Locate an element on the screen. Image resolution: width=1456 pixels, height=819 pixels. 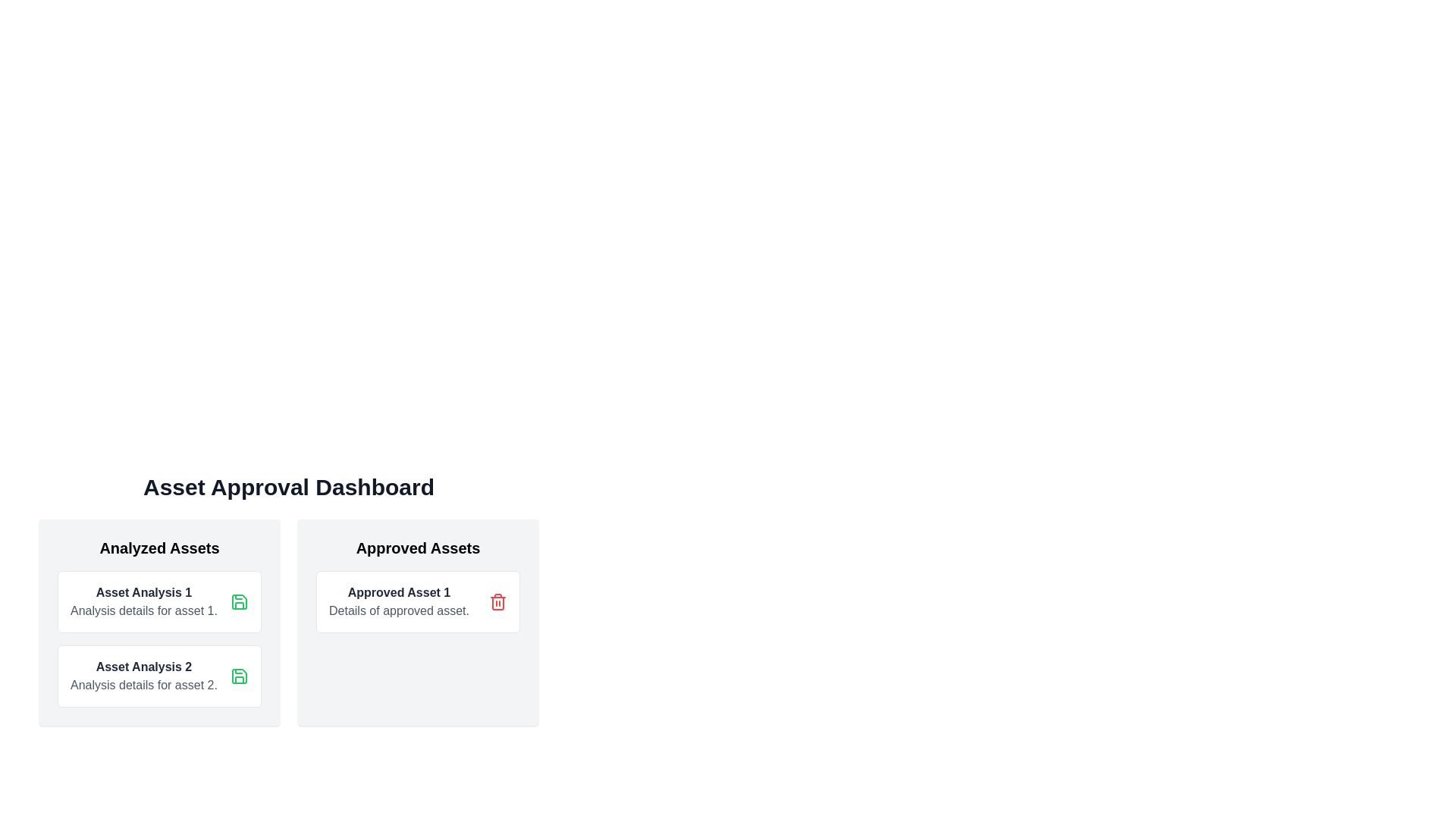
the text label element containing 'Details of approved asset.', which is located beneath 'Approved Asset 1' in the 'Approved Assets' section is located at coordinates (399, 610).